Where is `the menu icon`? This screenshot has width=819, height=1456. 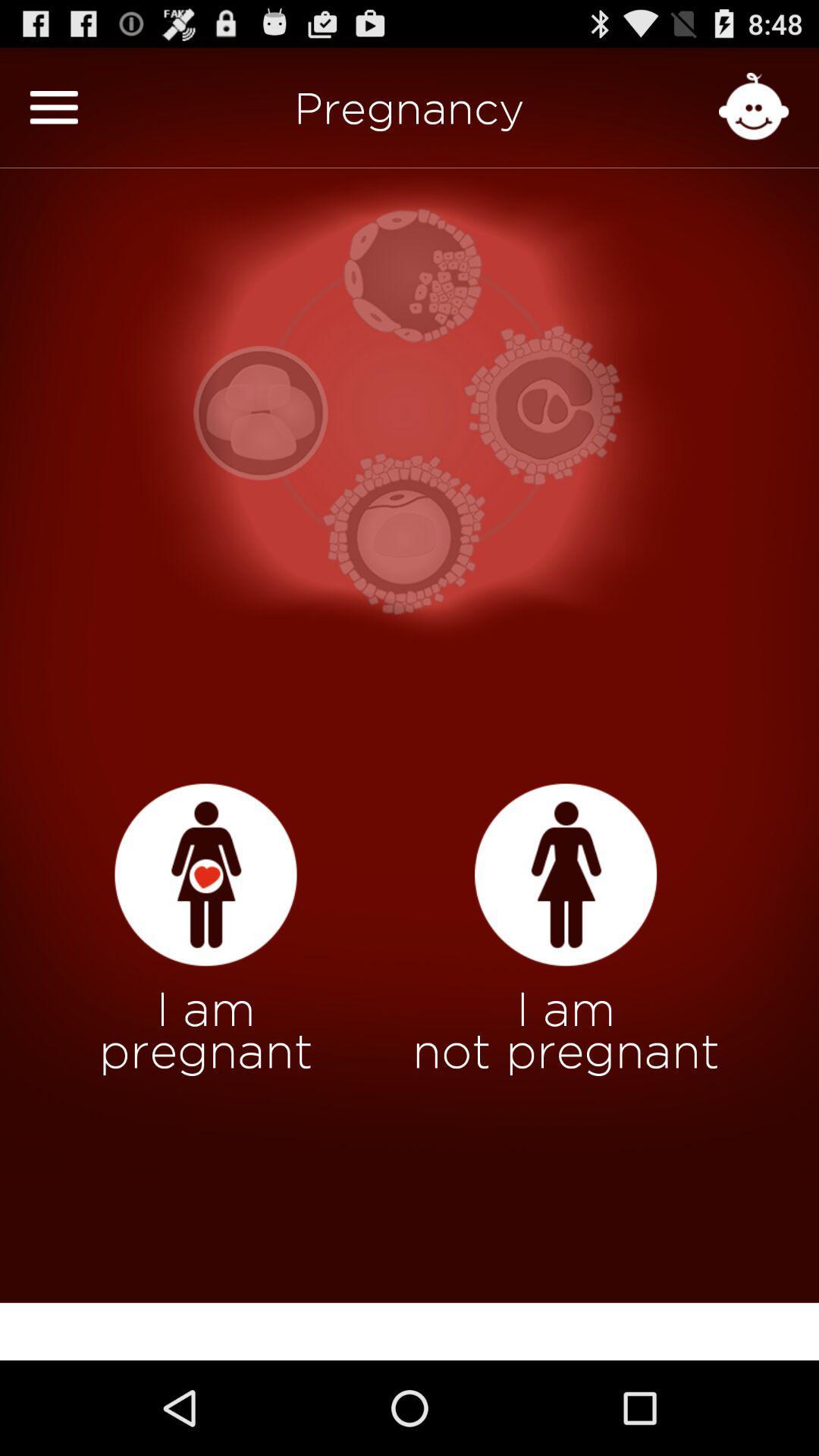
the menu icon is located at coordinates (53, 114).